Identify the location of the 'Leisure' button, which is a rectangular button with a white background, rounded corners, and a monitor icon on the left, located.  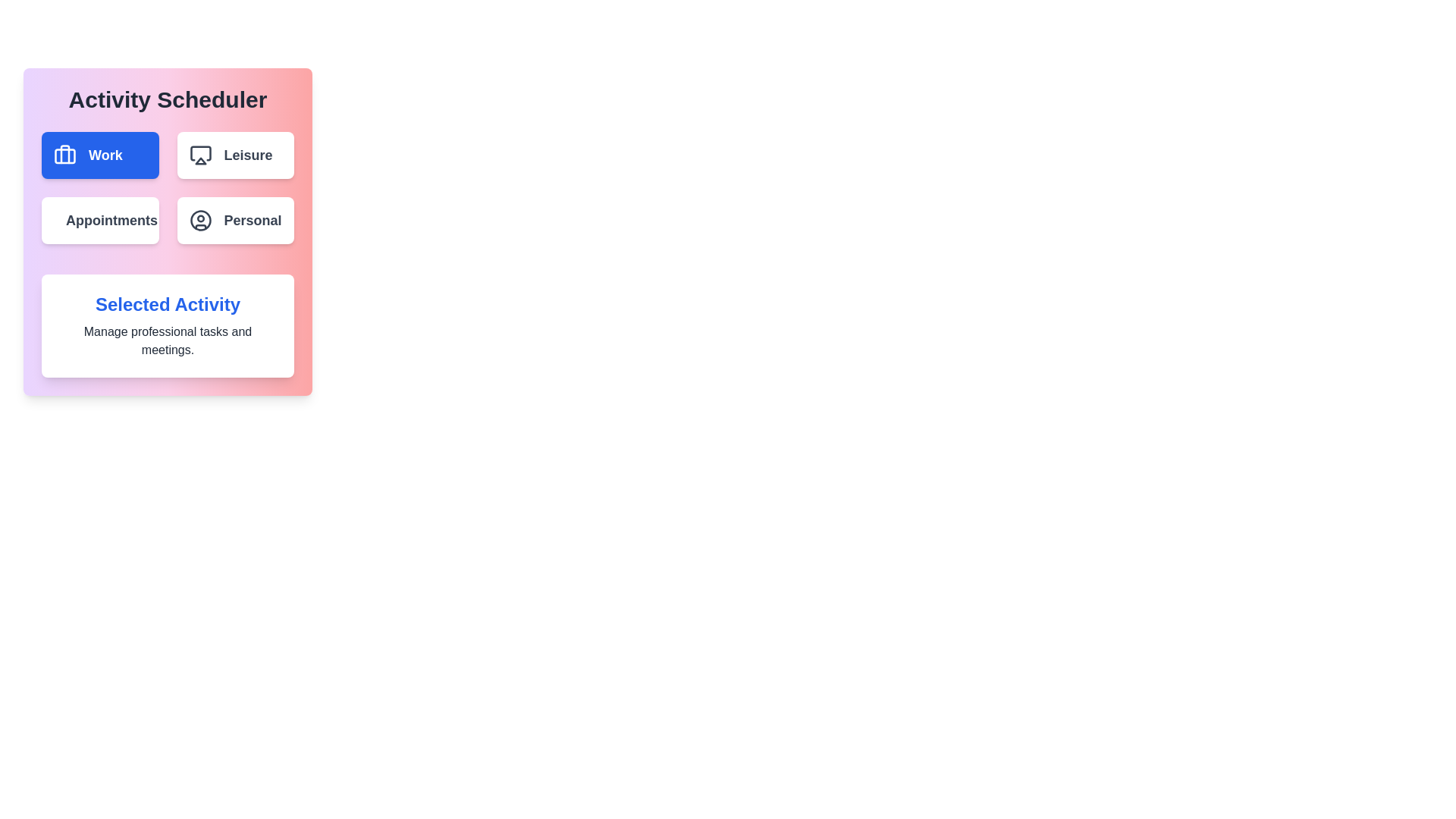
(234, 155).